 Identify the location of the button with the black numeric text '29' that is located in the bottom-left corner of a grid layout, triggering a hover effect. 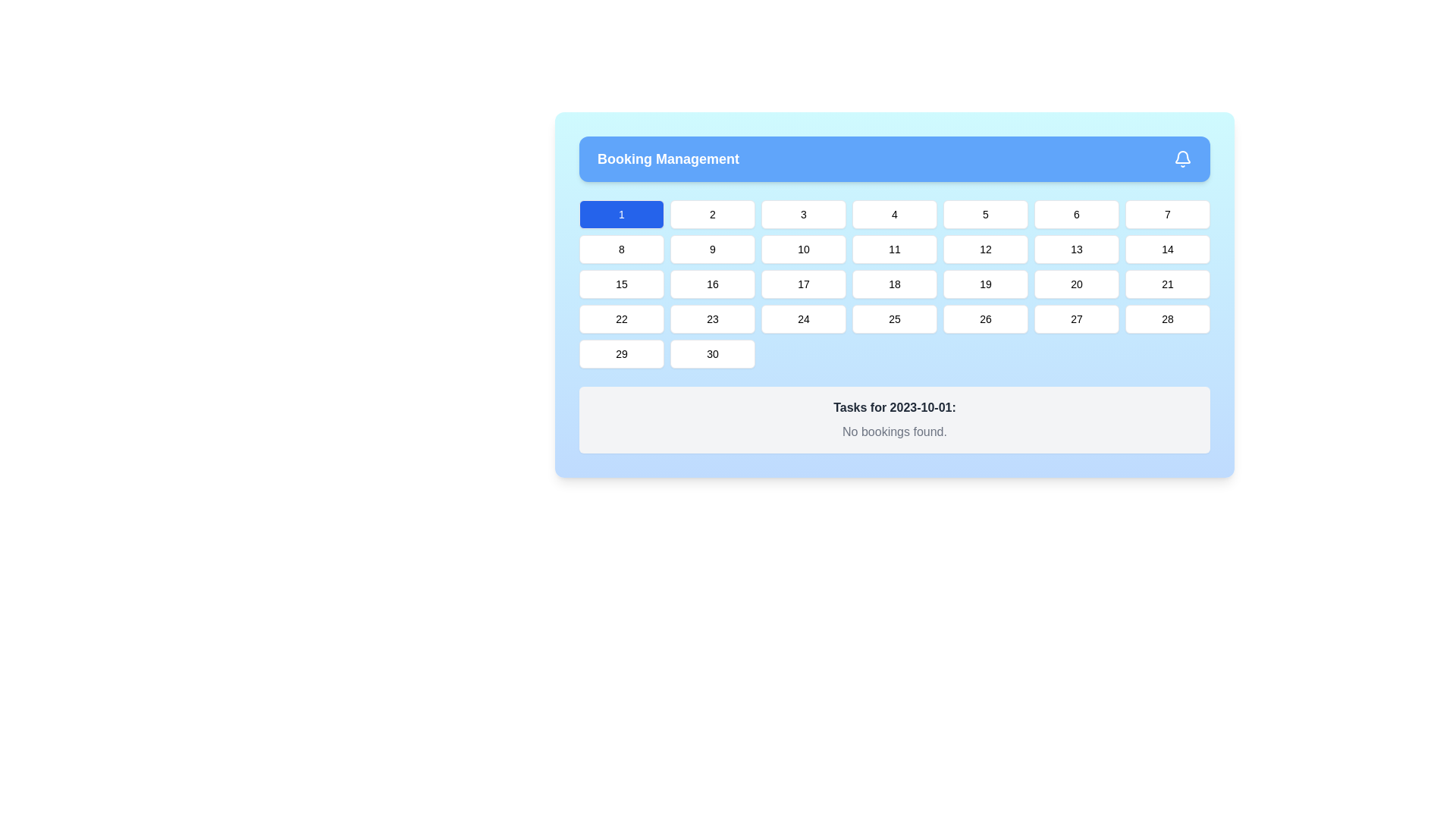
(622, 353).